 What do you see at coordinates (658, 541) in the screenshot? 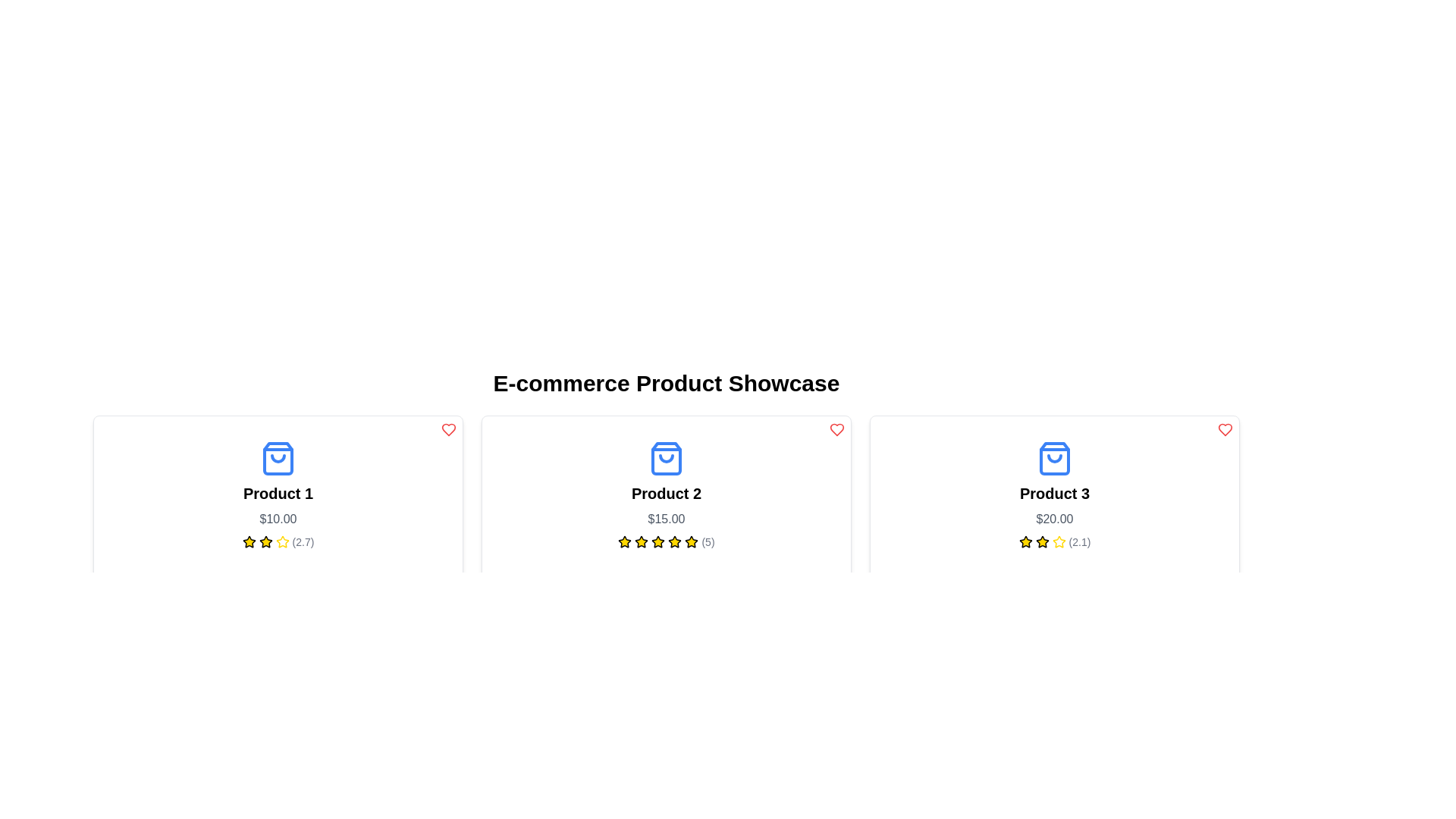
I see `the fourth star rating icon, which is a yellow star with a hollow center and a thin black outline, part of a group of five stars used for product ratings` at bounding box center [658, 541].